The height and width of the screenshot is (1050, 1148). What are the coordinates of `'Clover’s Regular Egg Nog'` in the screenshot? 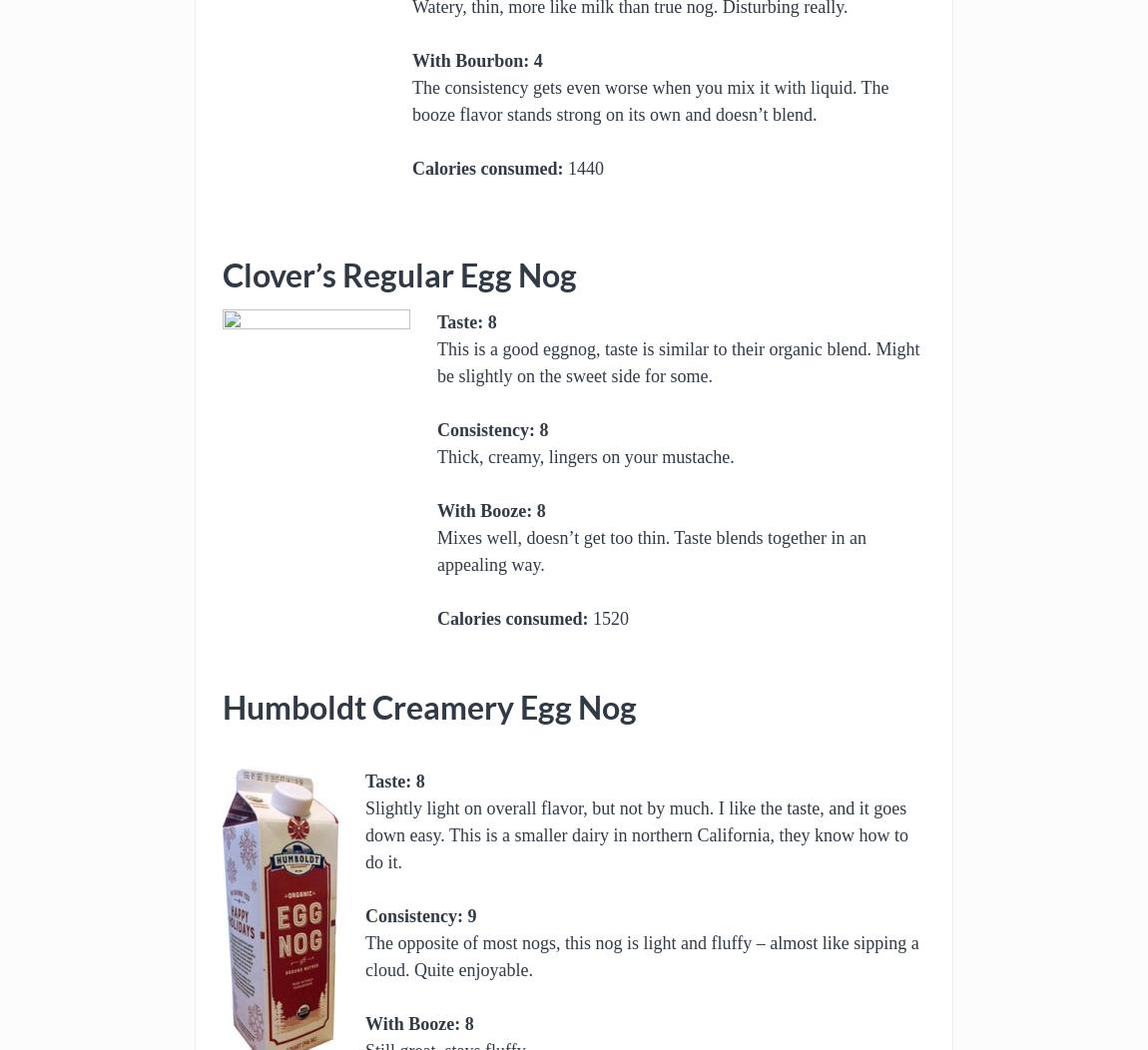 It's located at (221, 275).